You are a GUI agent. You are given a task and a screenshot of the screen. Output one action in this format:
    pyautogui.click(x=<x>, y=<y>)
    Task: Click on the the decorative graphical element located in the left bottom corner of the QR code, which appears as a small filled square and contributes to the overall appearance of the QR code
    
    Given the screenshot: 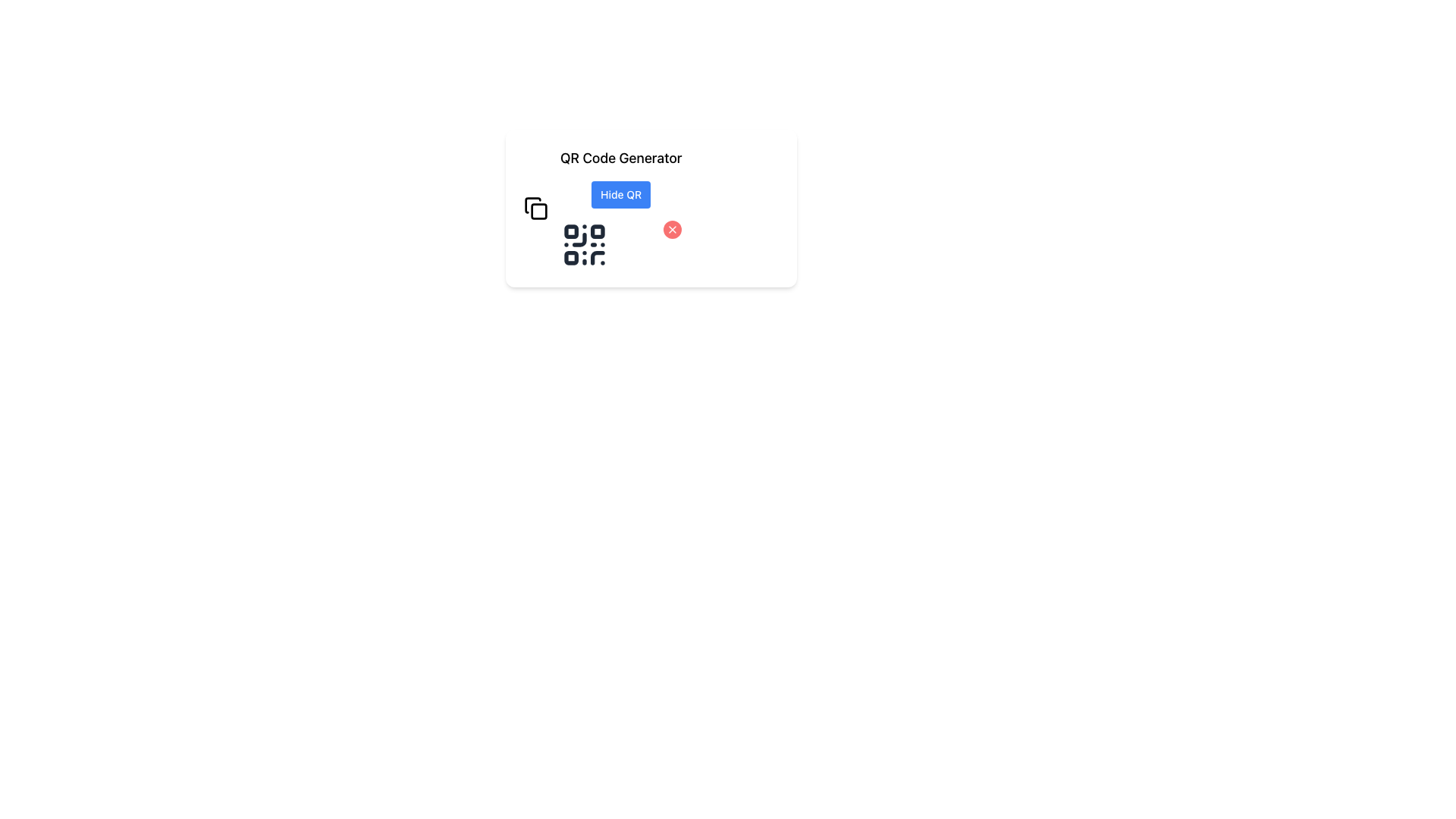 What is the action you would take?
    pyautogui.click(x=570, y=257)
    